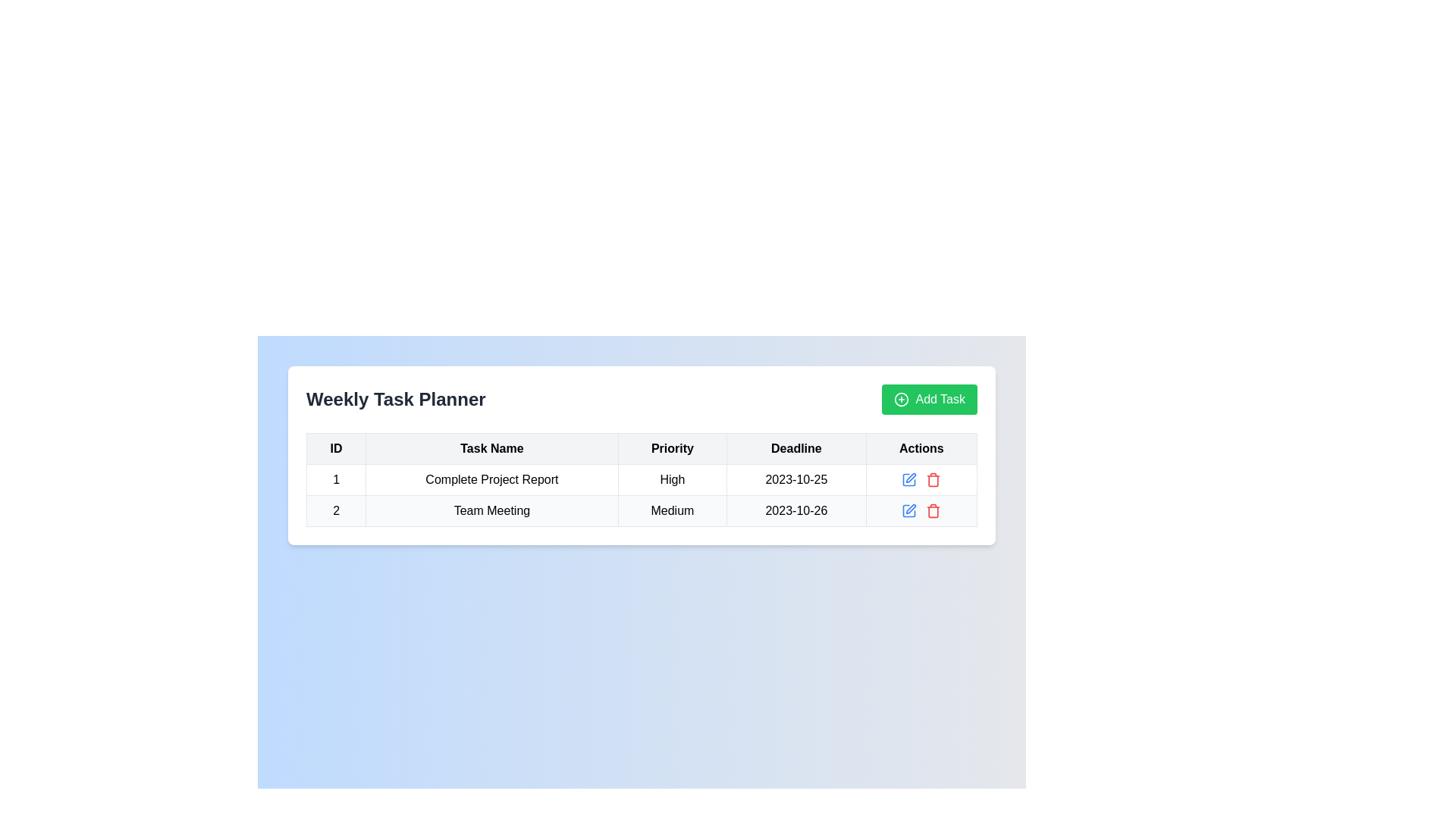 The height and width of the screenshot is (819, 1456). What do you see at coordinates (933, 479) in the screenshot?
I see `the small red trash can icon in the 'Actions' column of the second row in the task table` at bounding box center [933, 479].